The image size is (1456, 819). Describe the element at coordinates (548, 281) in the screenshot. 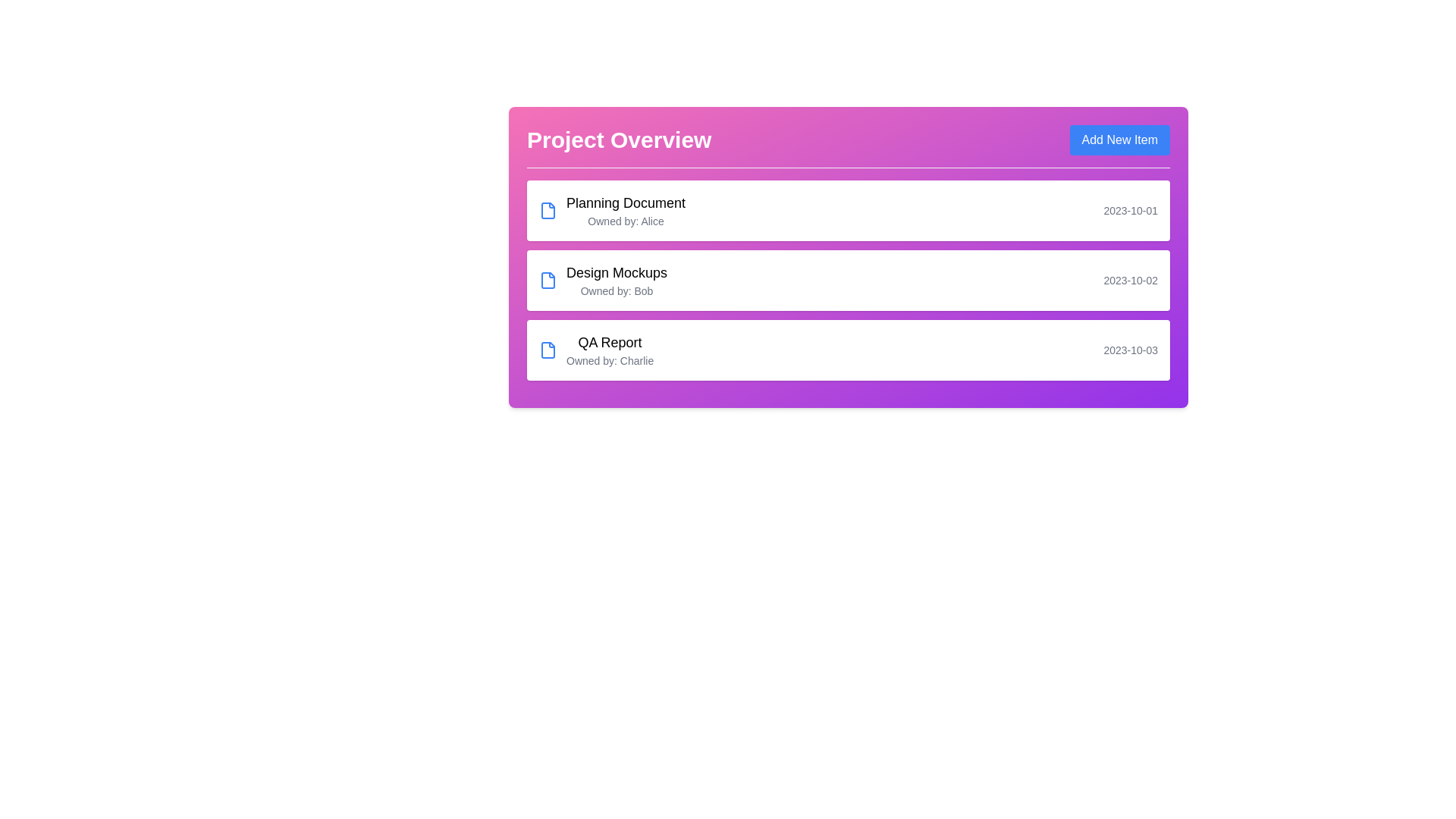

I see `the document icon in the second row of the 'Project Overview' list` at that location.